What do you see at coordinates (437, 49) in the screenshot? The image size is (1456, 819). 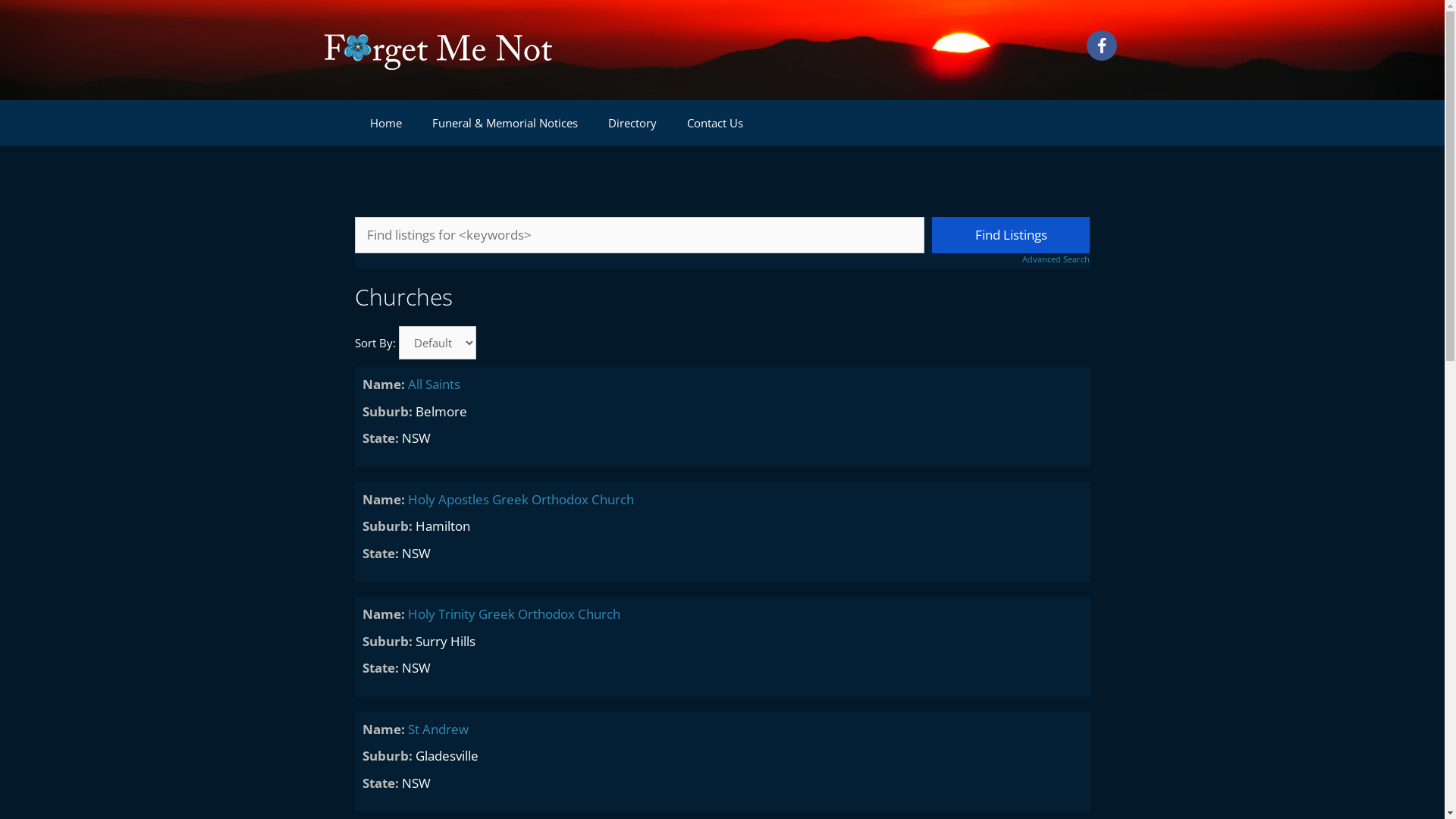 I see `'Forget-me-not.com.au'` at bounding box center [437, 49].